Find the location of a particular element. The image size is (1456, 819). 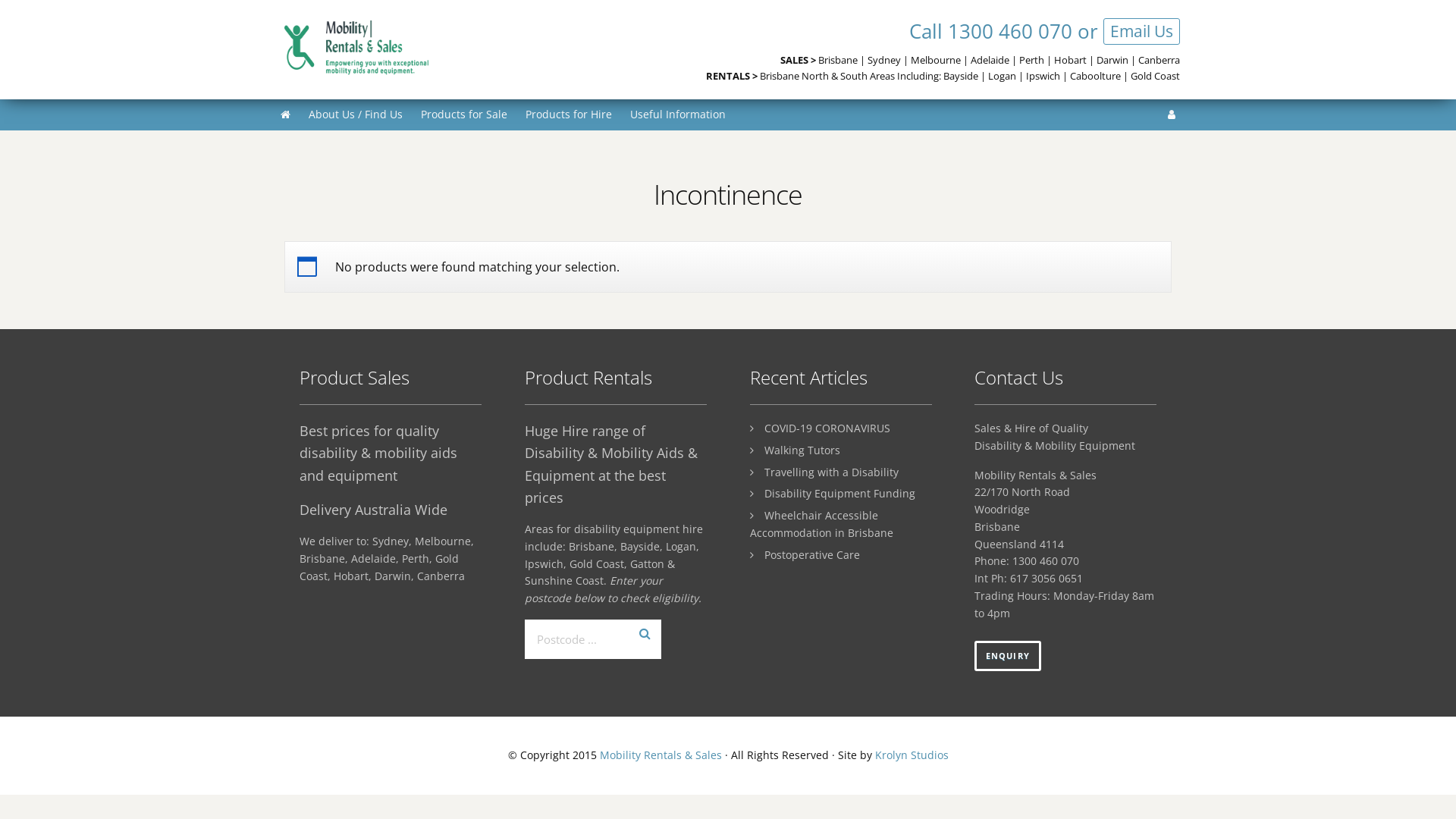

'ENQUIRY' is located at coordinates (1008, 654).